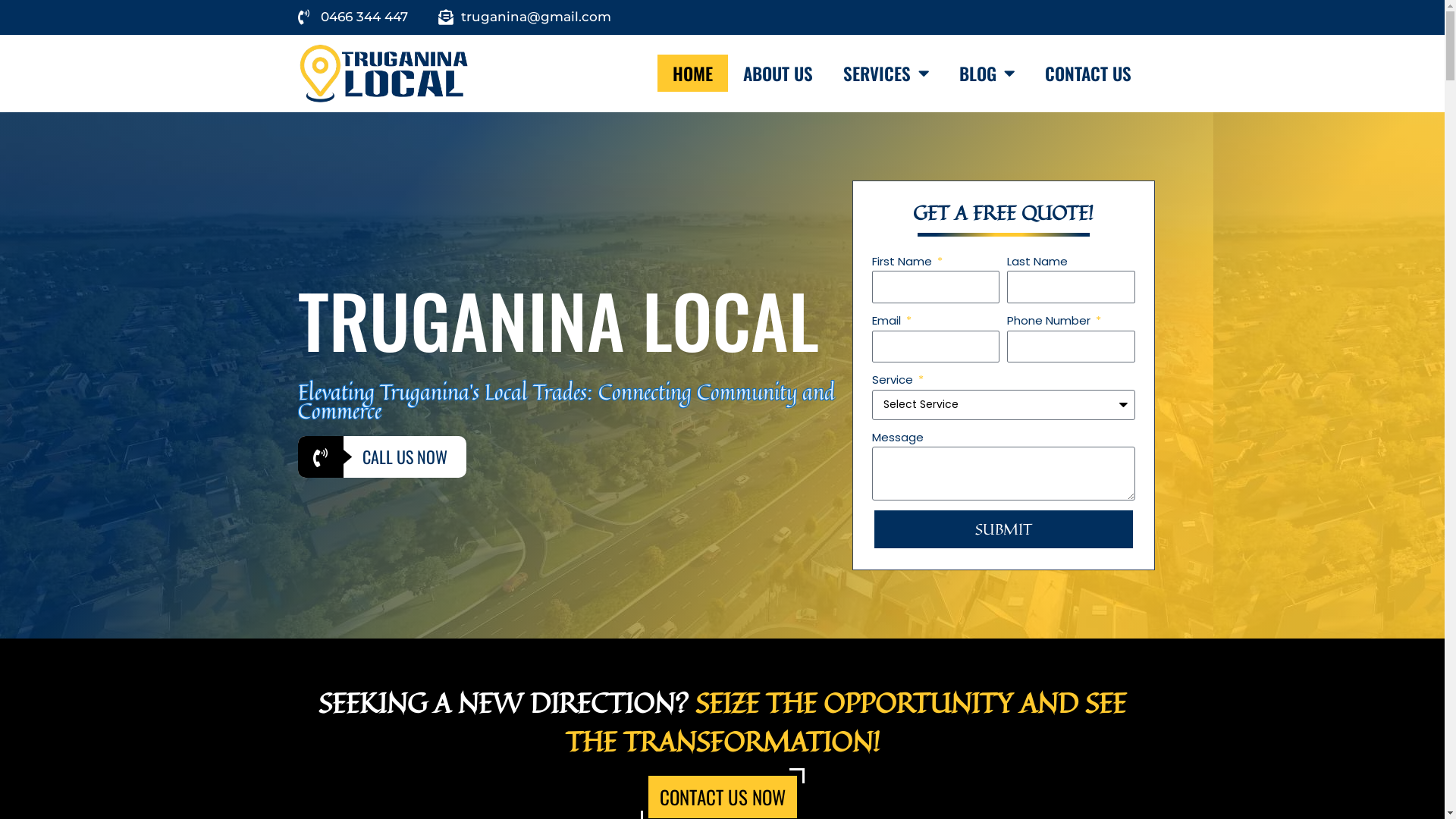 Image resolution: width=1456 pixels, height=819 pixels. What do you see at coordinates (886, 73) in the screenshot?
I see `'SERVICES'` at bounding box center [886, 73].